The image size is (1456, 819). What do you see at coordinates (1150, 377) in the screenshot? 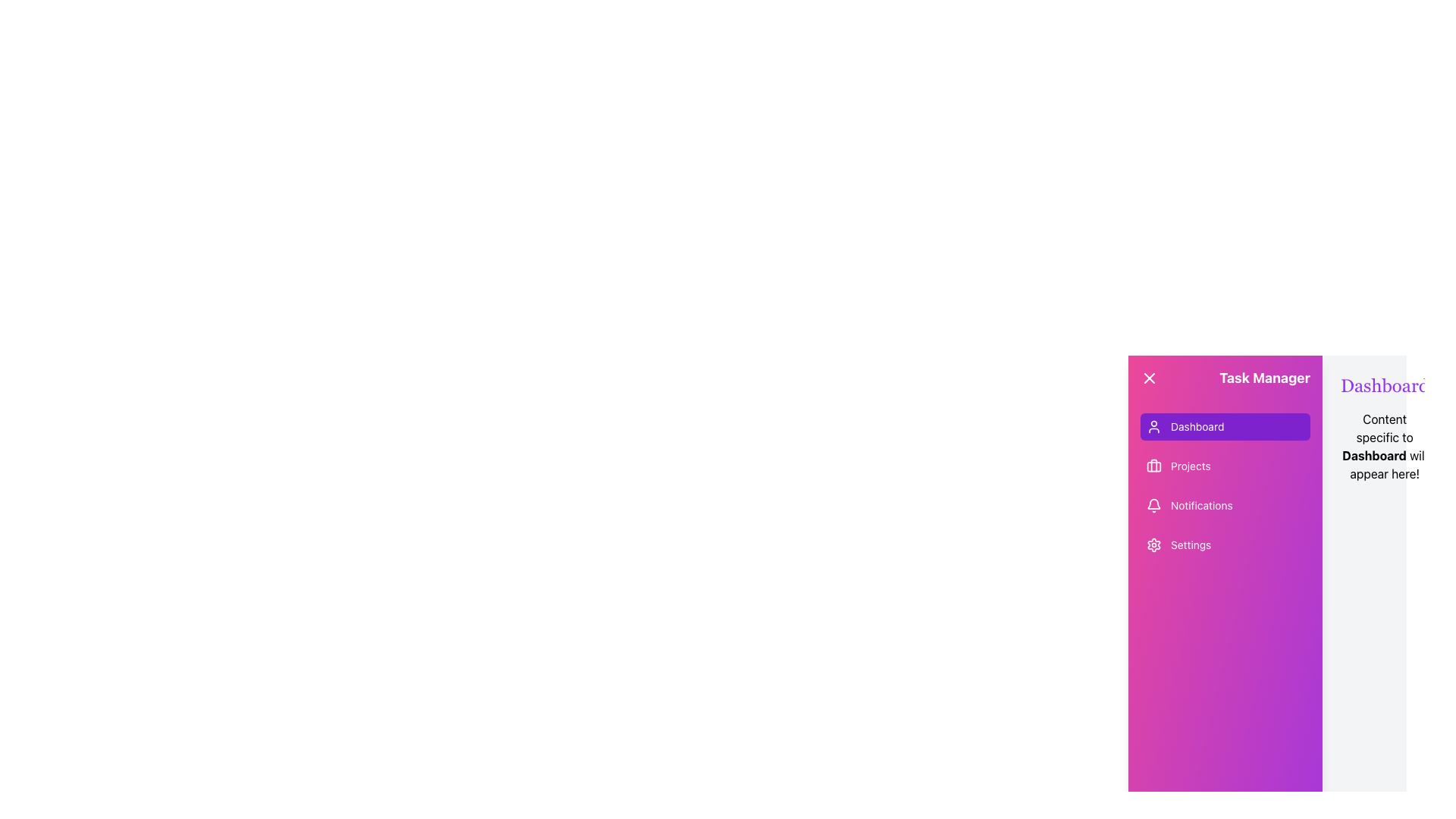
I see `the close button located at the top-left of the 'Task Manager' header section` at bounding box center [1150, 377].